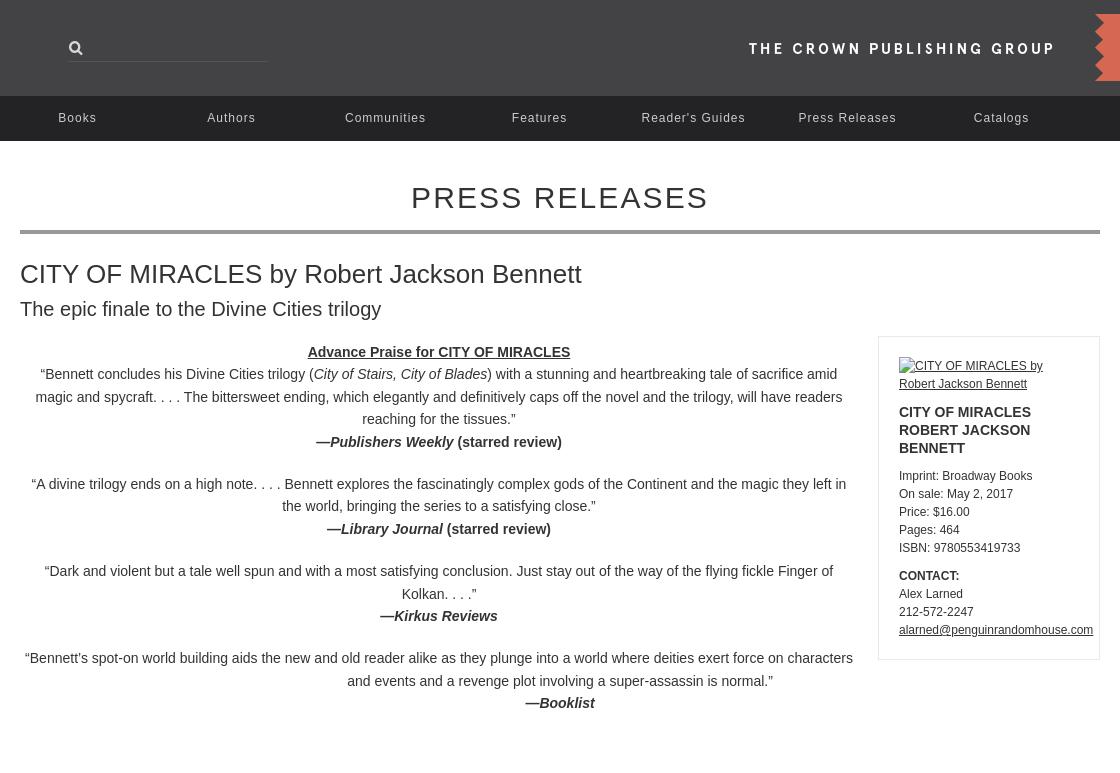  I want to click on 'Catalogs', so click(1001, 117).